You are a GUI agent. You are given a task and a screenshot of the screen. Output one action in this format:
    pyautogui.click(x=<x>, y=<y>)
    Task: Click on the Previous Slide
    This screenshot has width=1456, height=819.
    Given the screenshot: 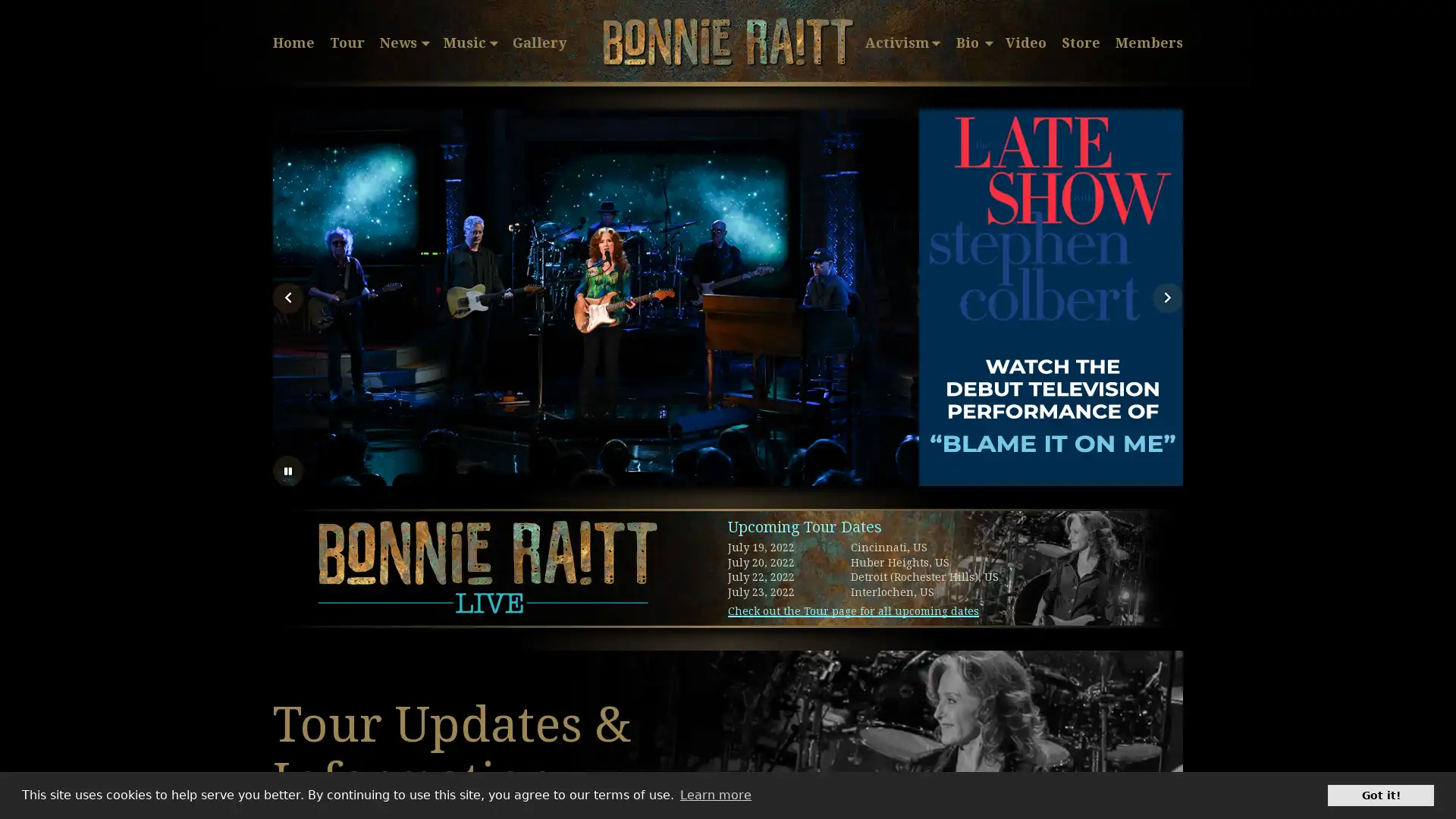 What is the action you would take?
    pyautogui.click(x=287, y=297)
    